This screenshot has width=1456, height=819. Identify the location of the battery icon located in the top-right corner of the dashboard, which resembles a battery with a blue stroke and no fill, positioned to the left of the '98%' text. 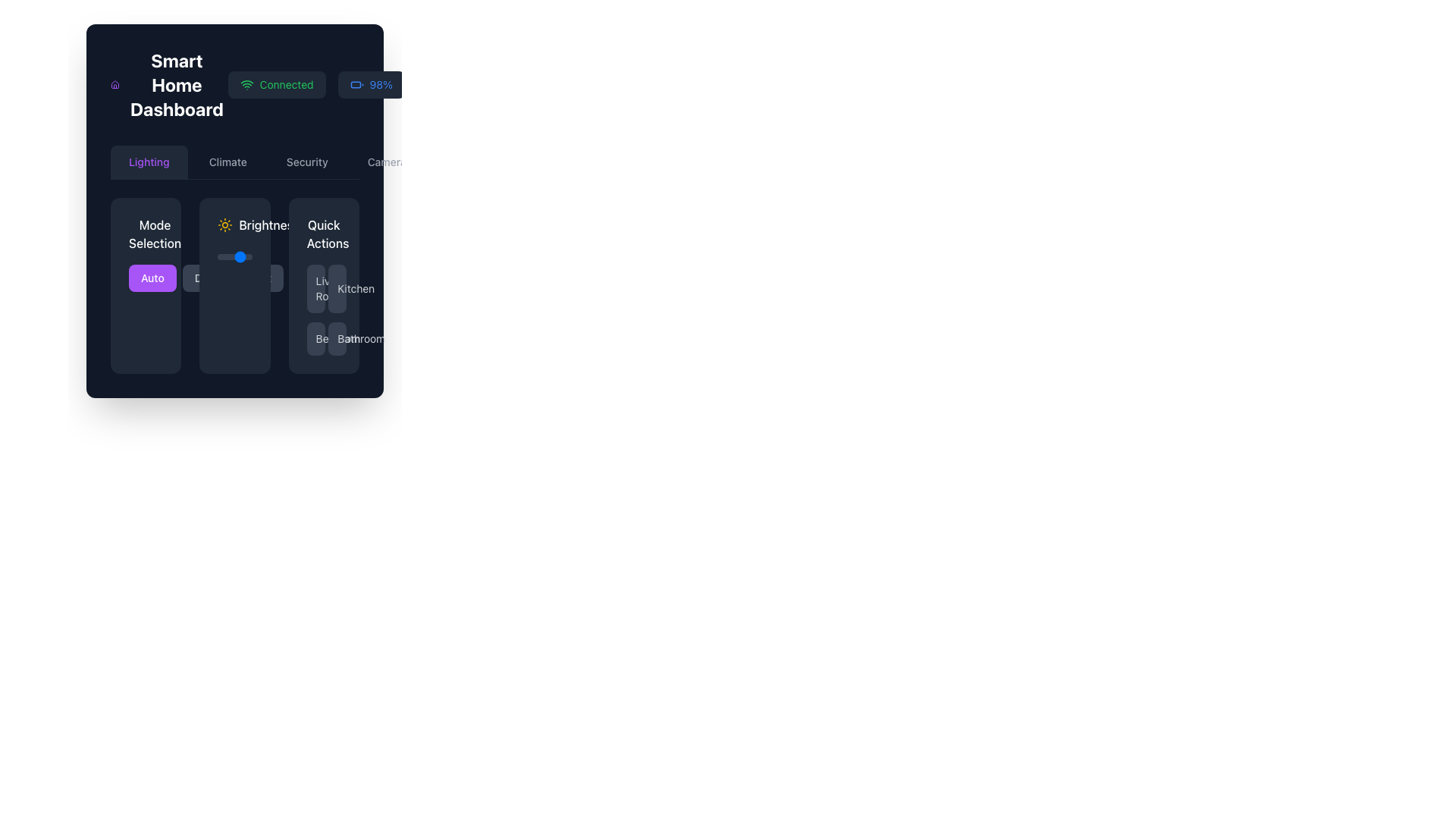
(356, 84).